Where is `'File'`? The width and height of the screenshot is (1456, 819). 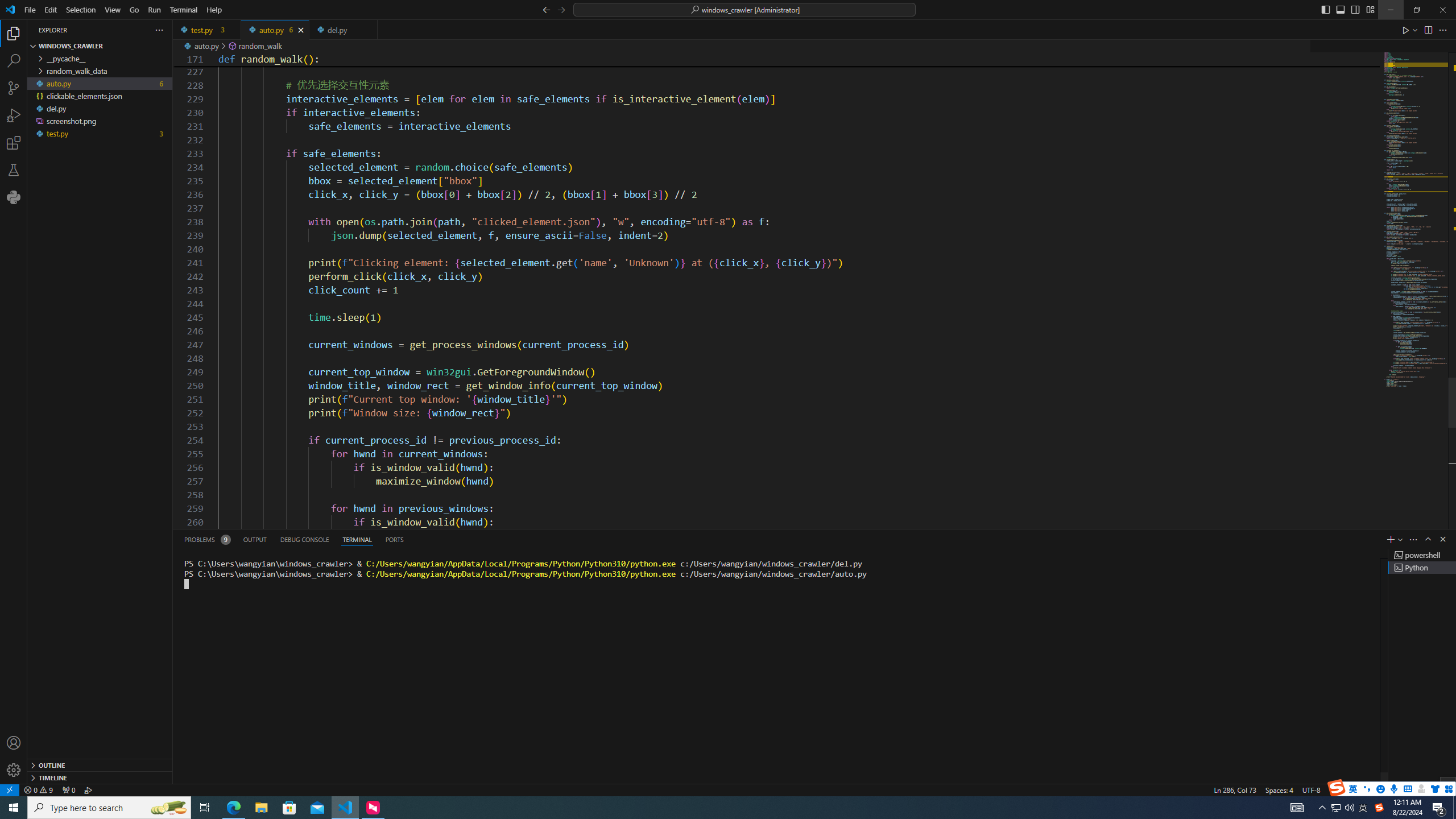
'File' is located at coordinates (30, 9).